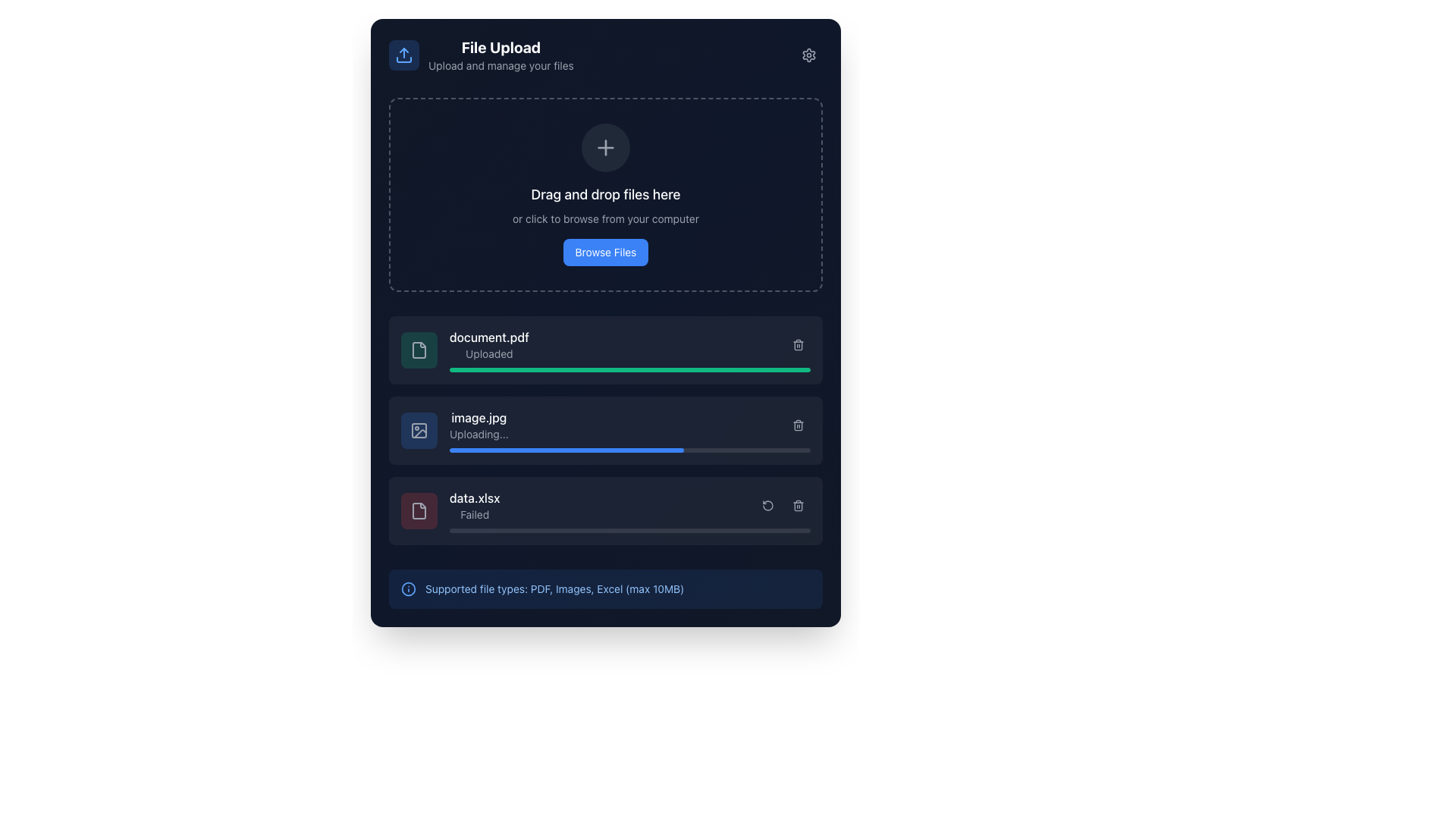  What do you see at coordinates (419, 511) in the screenshot?
I see `the file icon represented by a rounded square with a light reddish background, located at the far left of the entry for 'data.xlsx'` at bounding box center [419, 511].